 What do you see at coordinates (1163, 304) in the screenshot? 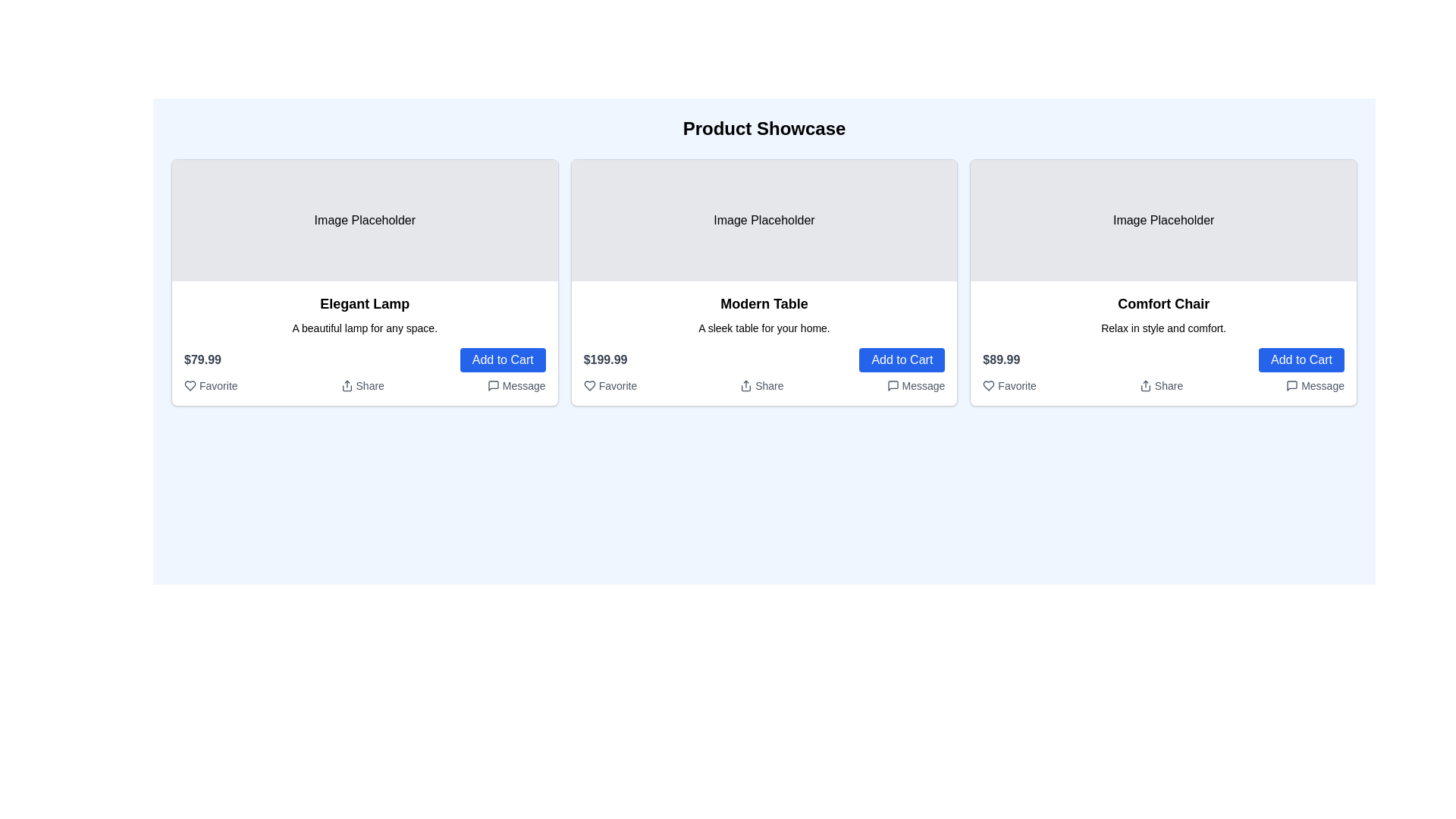
I see `the text label displaying the product title 'Comfort Chair', which is located at the top edge of the third product card` at bounding box center [1163, 304].